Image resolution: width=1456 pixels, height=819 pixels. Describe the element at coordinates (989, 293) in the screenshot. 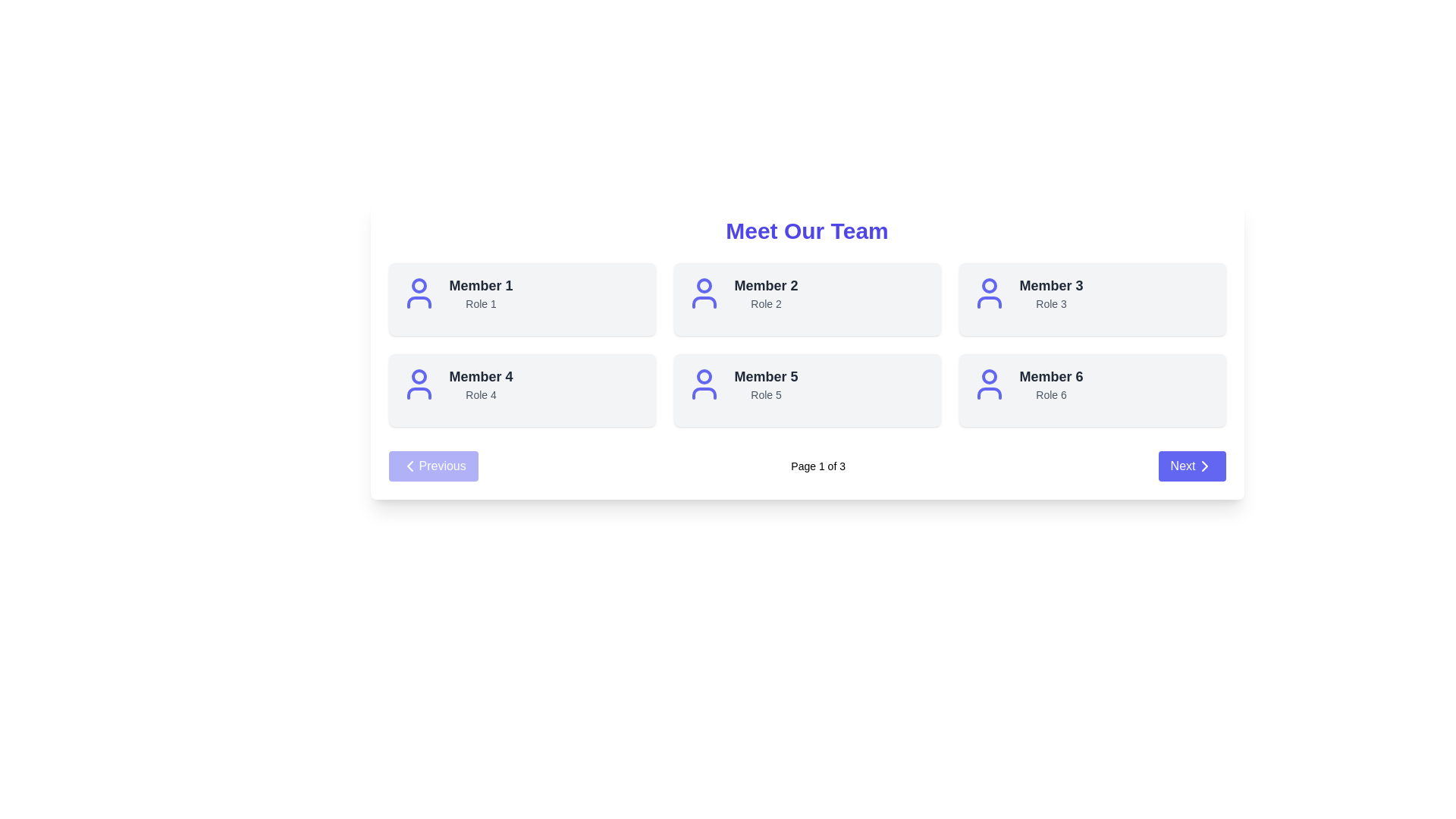

I see `the icon representing Member 3 in the team member card layout` at that location.